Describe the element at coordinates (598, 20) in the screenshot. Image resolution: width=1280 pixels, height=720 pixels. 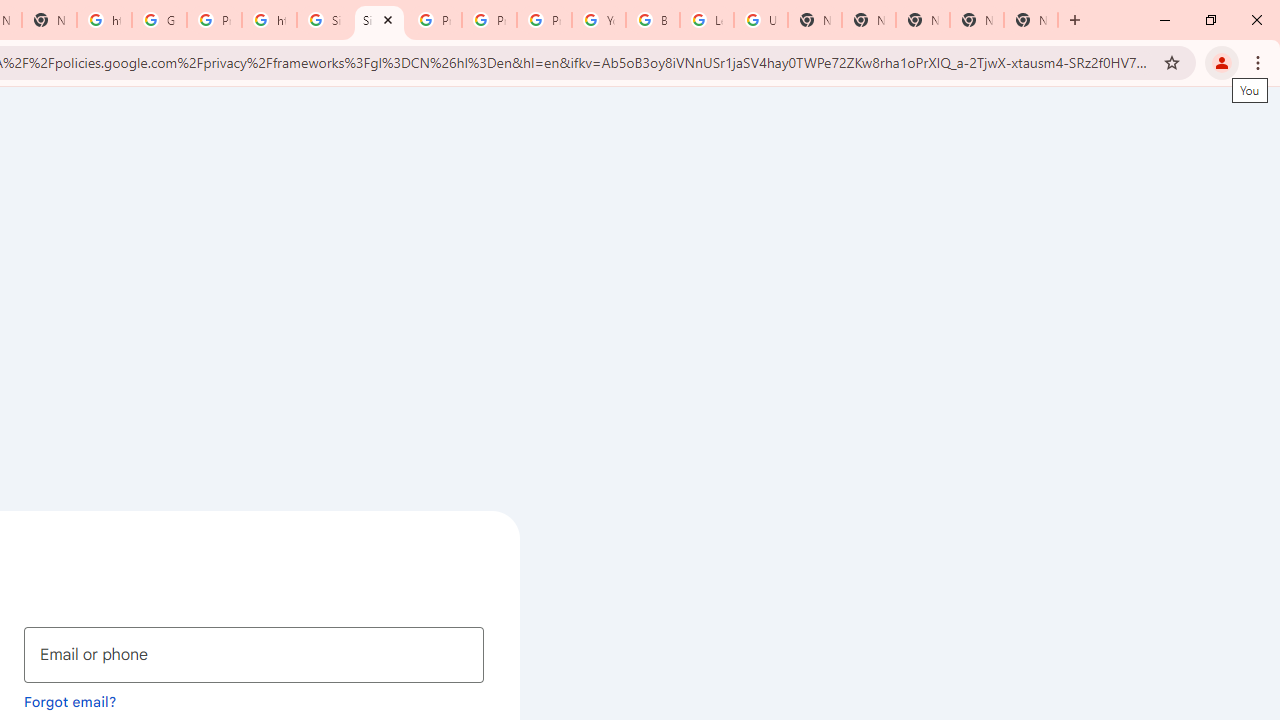
I see `'YouTube'` at that location.